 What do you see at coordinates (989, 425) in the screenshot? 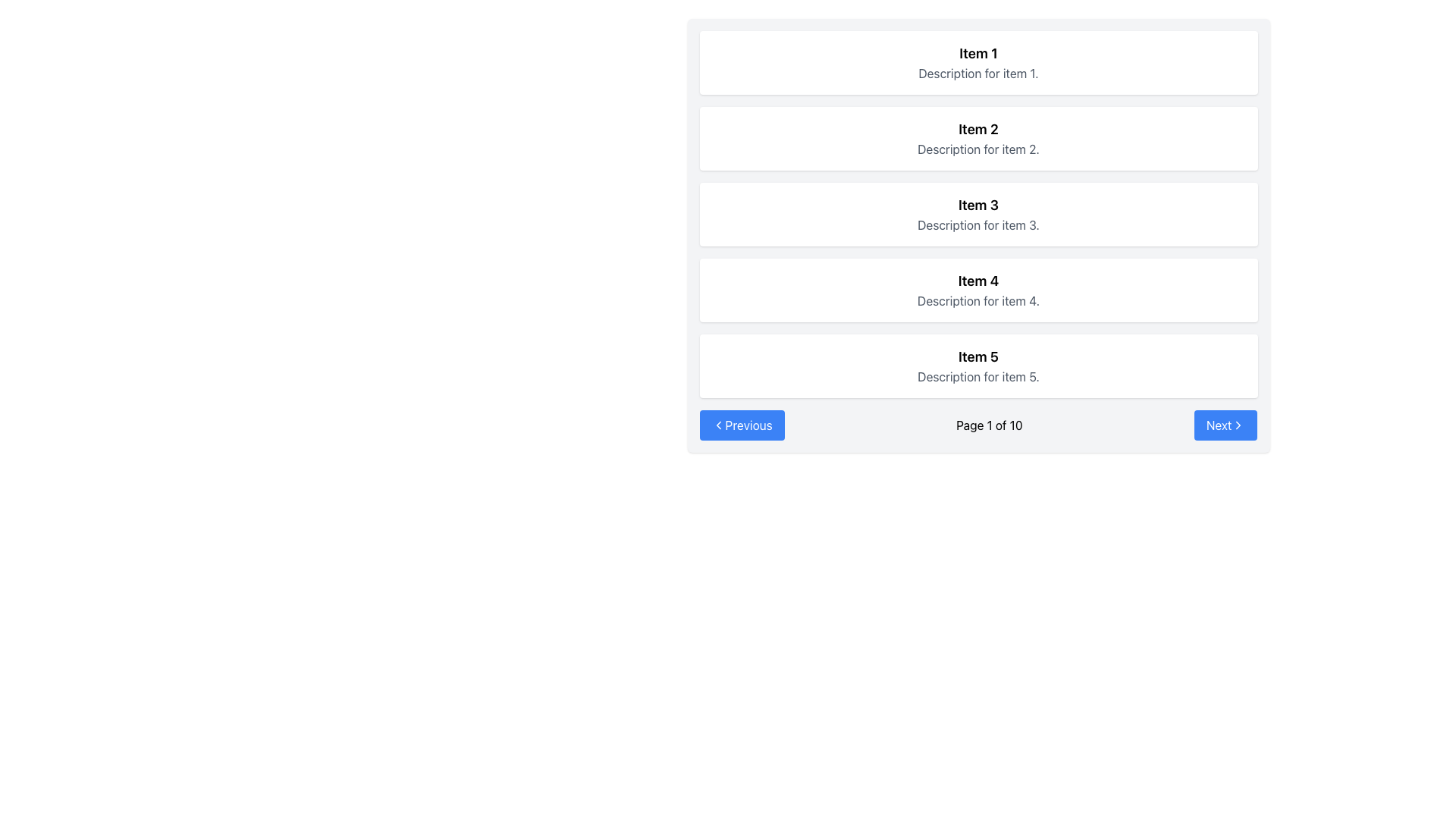
I see `the Text Label that indicates the current page in a paginated series, located in the center of the navigation bar below the main content` at bounding box center [989, 425].